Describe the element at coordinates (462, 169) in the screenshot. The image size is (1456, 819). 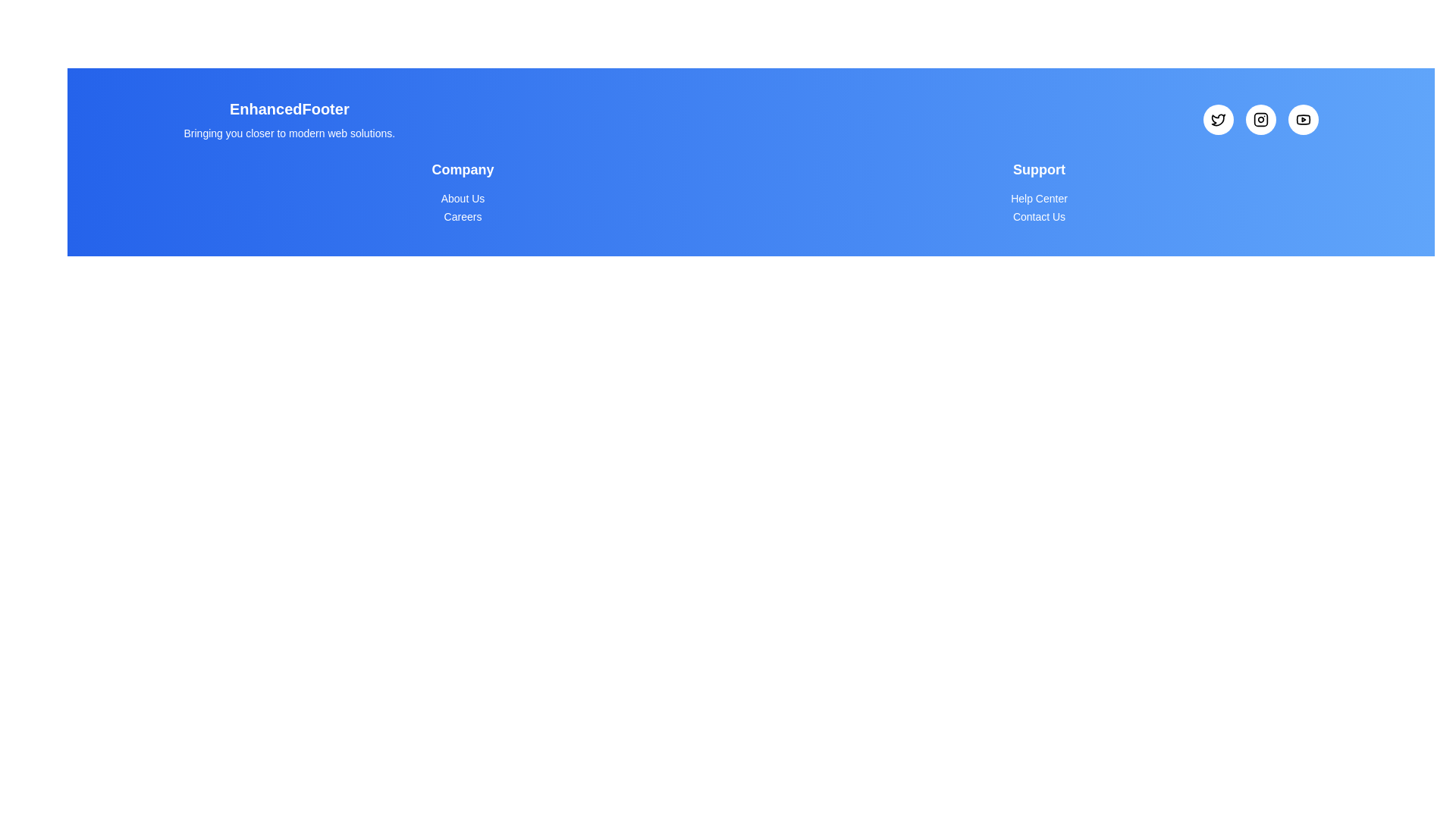
I see `the label located in the left section of the footer, which categorizes the links 'About Us' and 'Careers'` at that location.